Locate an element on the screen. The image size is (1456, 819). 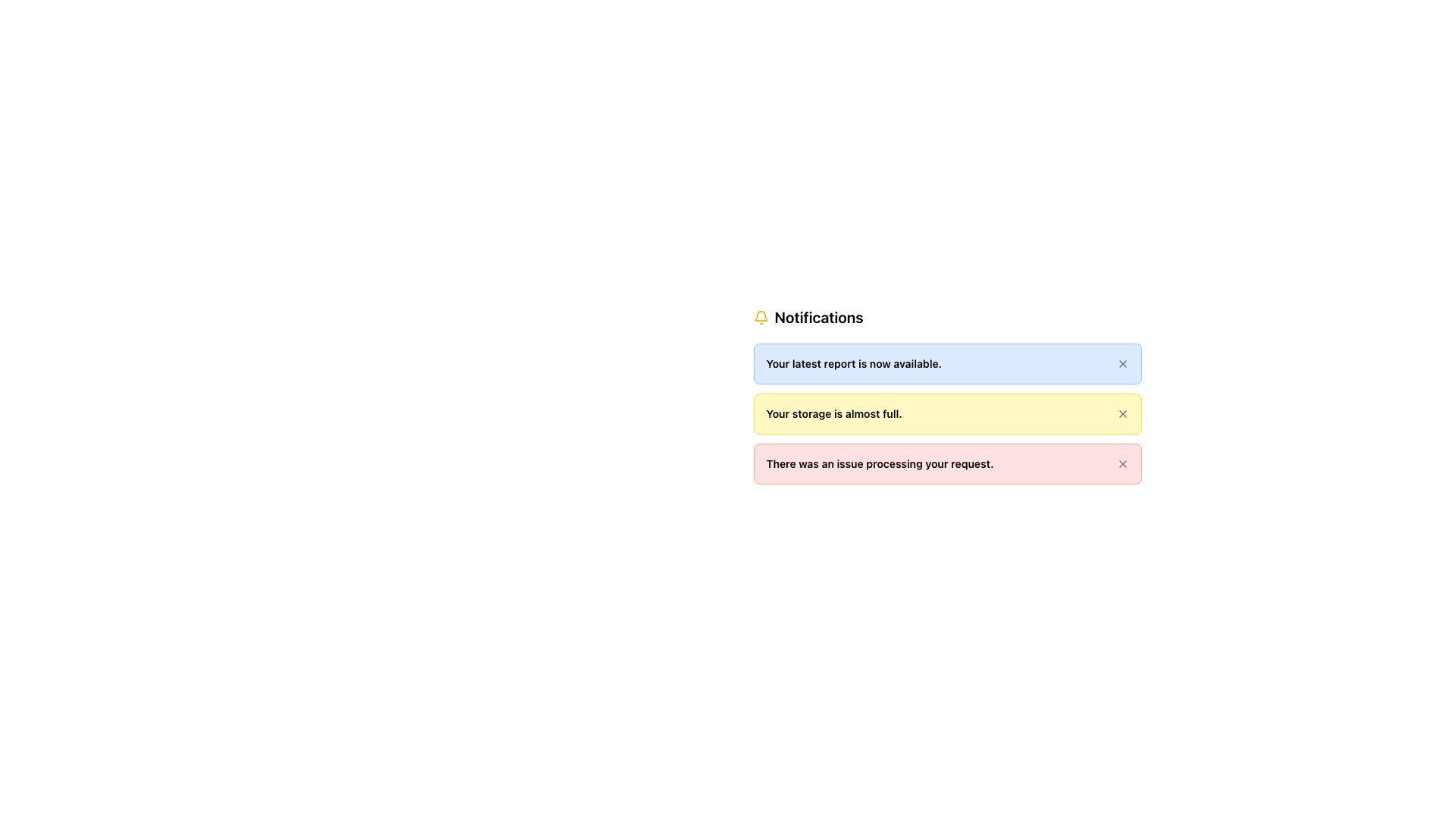
the second notification card in the notifications panel is located at coordinates (946, 394).